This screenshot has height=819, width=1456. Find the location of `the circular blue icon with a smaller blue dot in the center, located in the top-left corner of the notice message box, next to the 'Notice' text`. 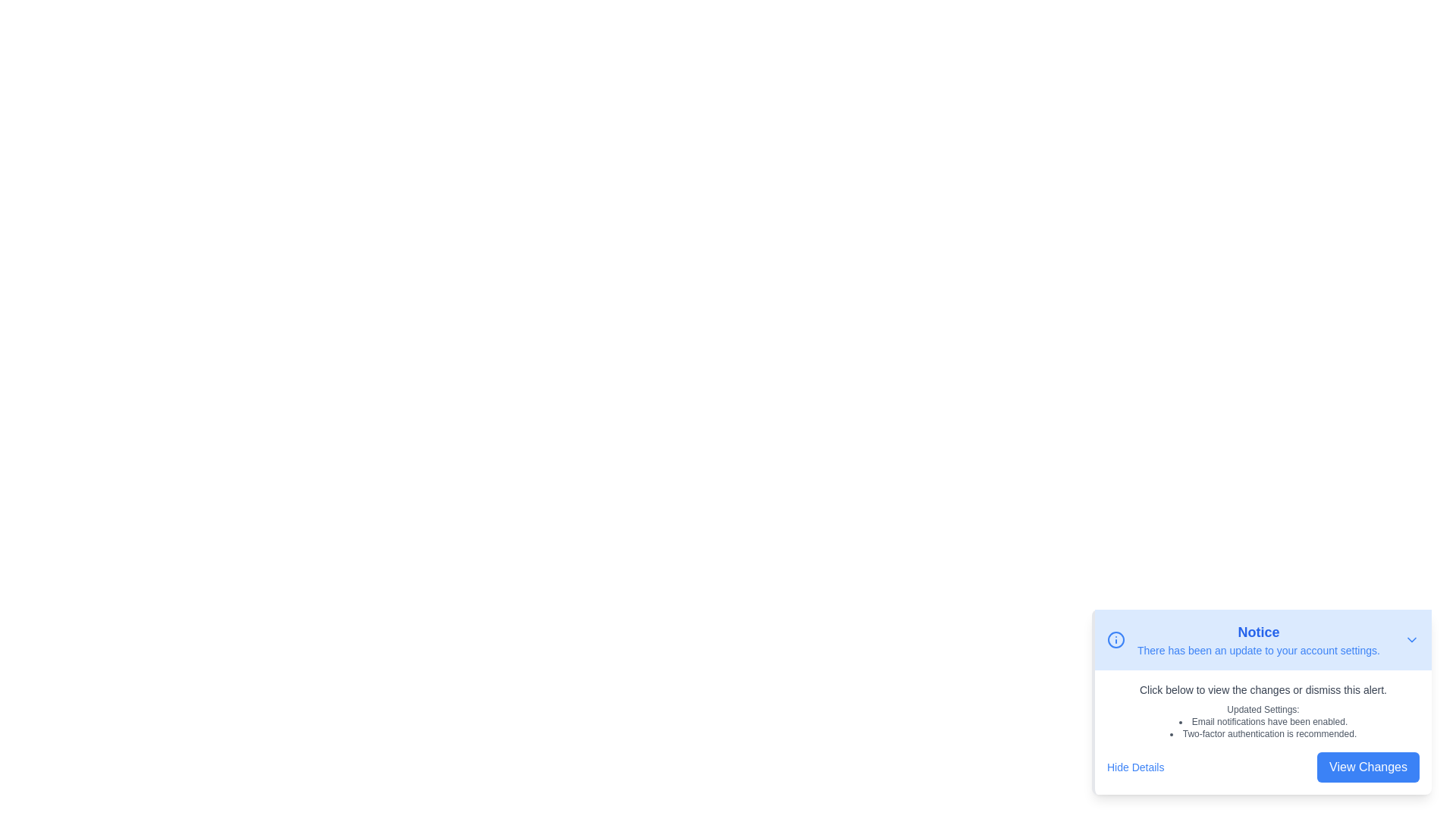

the circular blue icon with a smaller blue dot in the center, located in the top-left corner of the notice message box, next to the 'Notice' text is located at coordinates (1116, 640).